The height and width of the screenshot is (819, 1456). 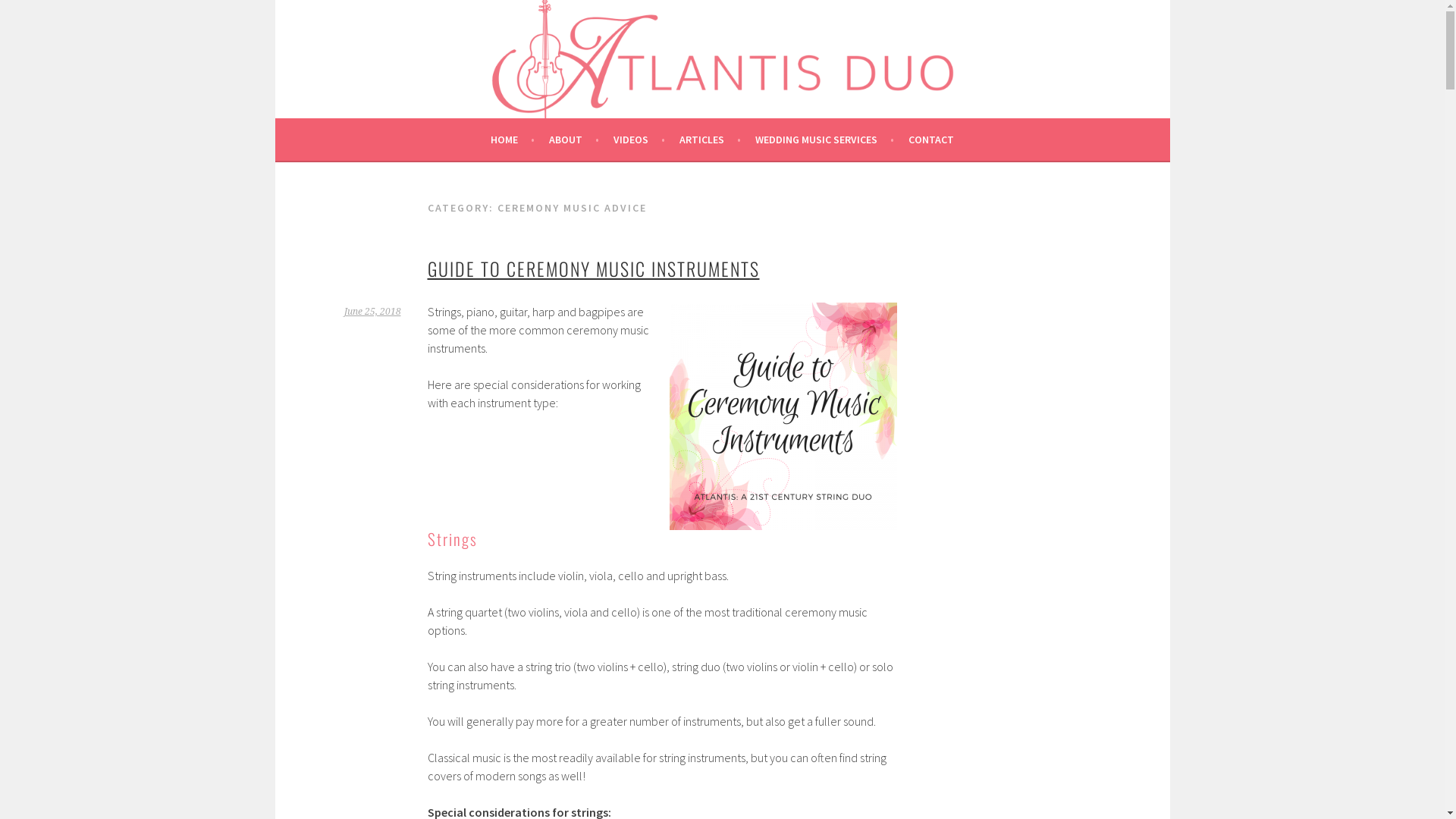 What do you see at coordinates (395, 53) in the screenshot?
I see `'ATLANTIS DUO'` at bounding box center [395, 53].